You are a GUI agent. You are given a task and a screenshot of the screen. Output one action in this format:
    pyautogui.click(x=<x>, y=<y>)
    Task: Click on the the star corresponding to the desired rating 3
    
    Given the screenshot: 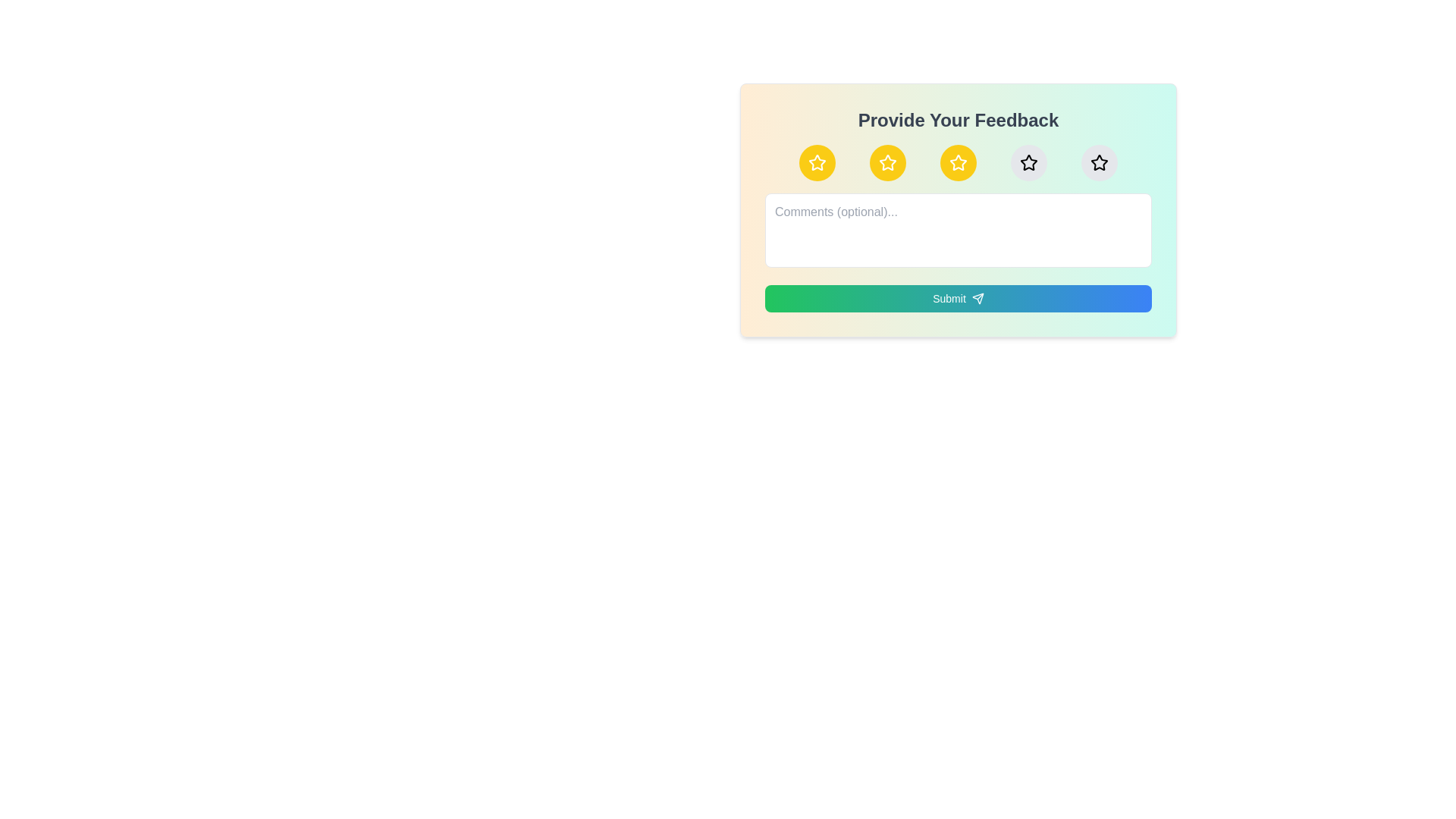 What is the action you would take?
    pyautogui.click(x=957, y=163)
    